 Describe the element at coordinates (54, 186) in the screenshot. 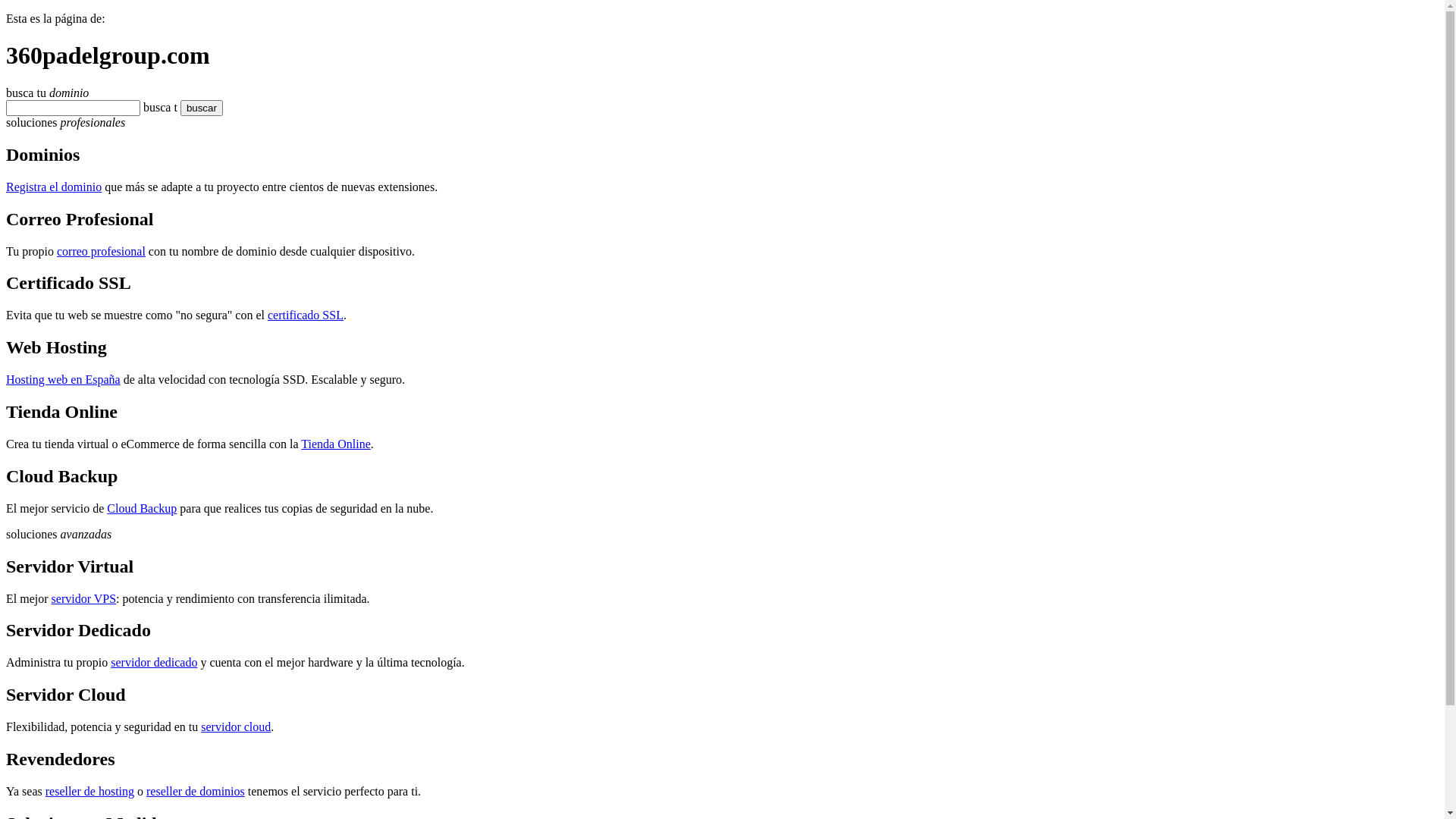

I see `'Registra el dominio'` at that location.